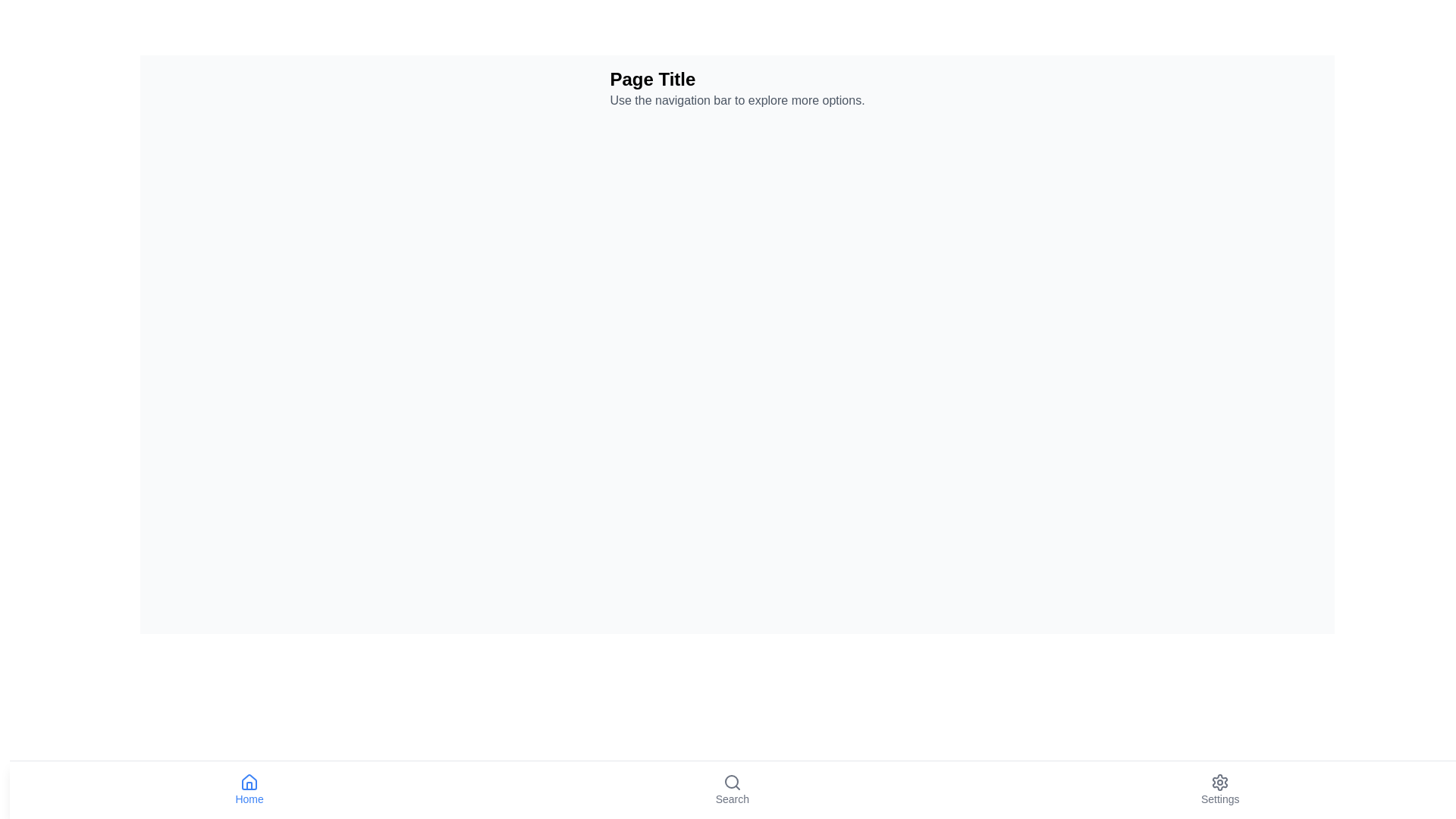 The image size is (1456, 819). What do you see at coordinates (731, 781) in the screenshot?
I see `the inner circular shape of the search icon located in the navigation bar at the bottom of the interface` at bounding box center [731, 781].